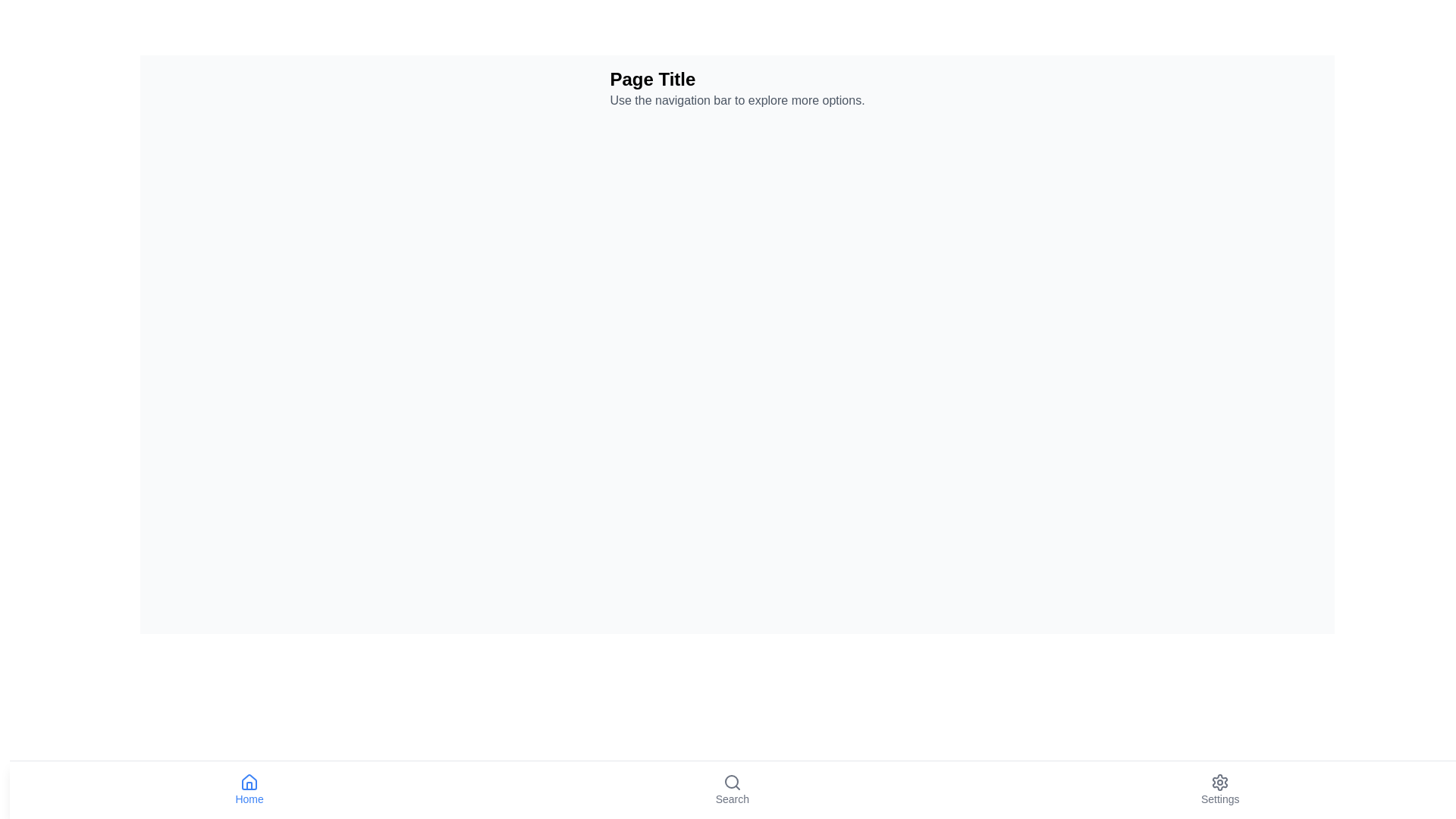 The image size is (1456, 819). What do you see at coordinates (731, 781) in the screenshot?
I see `the inner circular shape of the search icon located in the navigation bar at the bottom of the interface` at bounding box center [731, 781].